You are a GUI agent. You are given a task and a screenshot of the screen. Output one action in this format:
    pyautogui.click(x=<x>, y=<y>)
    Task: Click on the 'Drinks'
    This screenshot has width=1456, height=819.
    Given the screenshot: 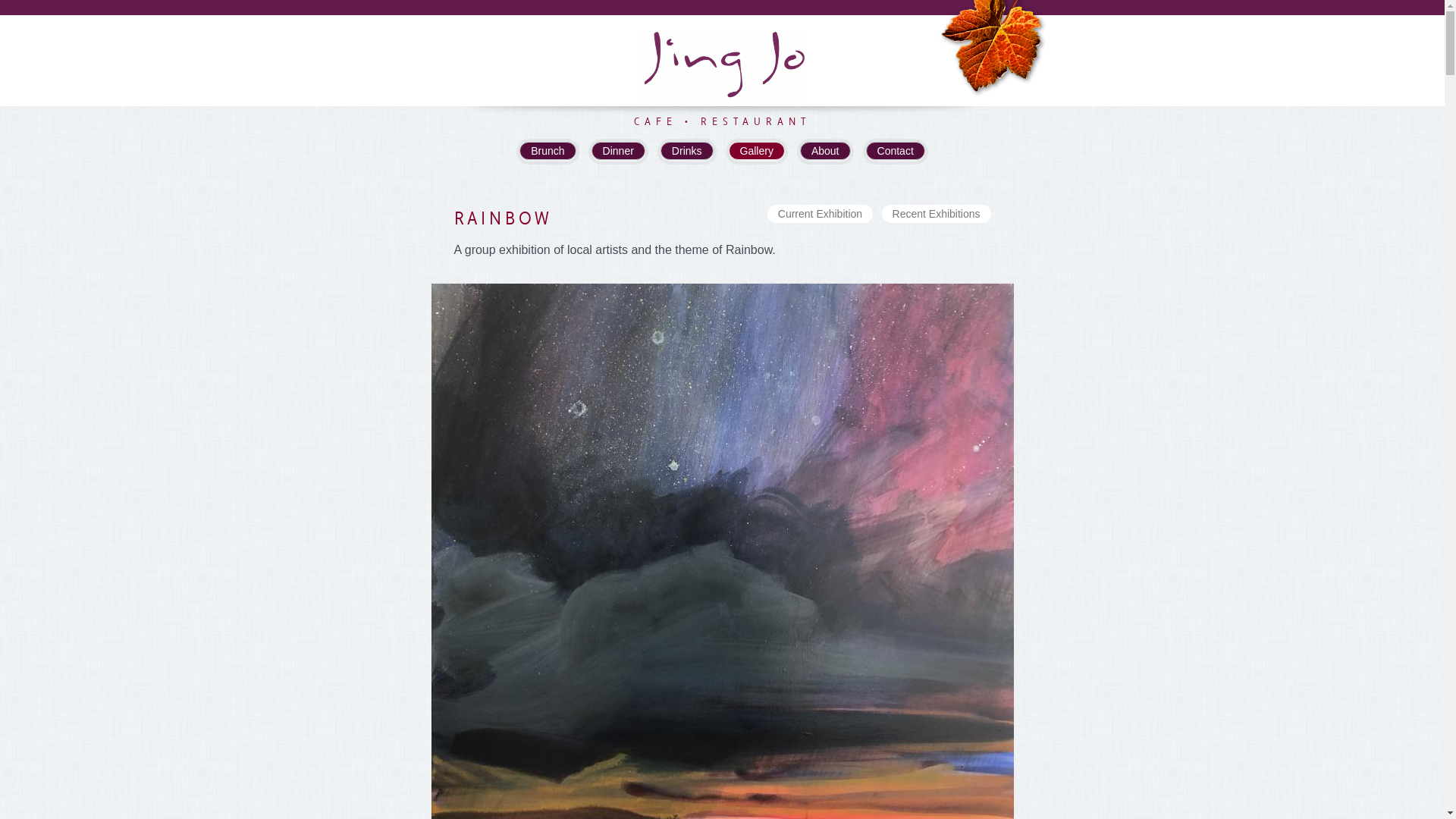 What is the action you would take?
    pyautogui.click(x=686, y=151)
    